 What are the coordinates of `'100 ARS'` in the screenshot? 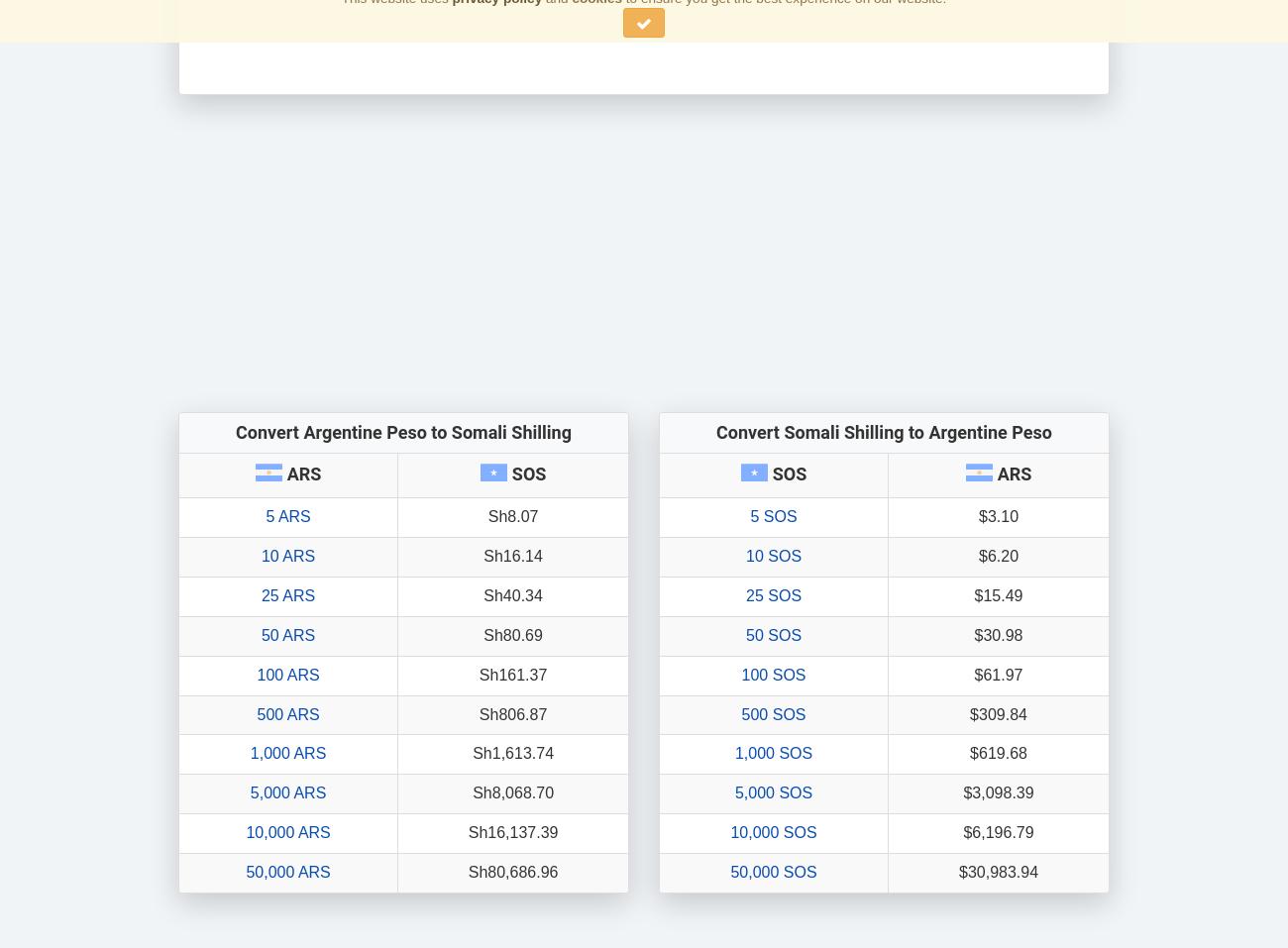 It's located at (287, 674).